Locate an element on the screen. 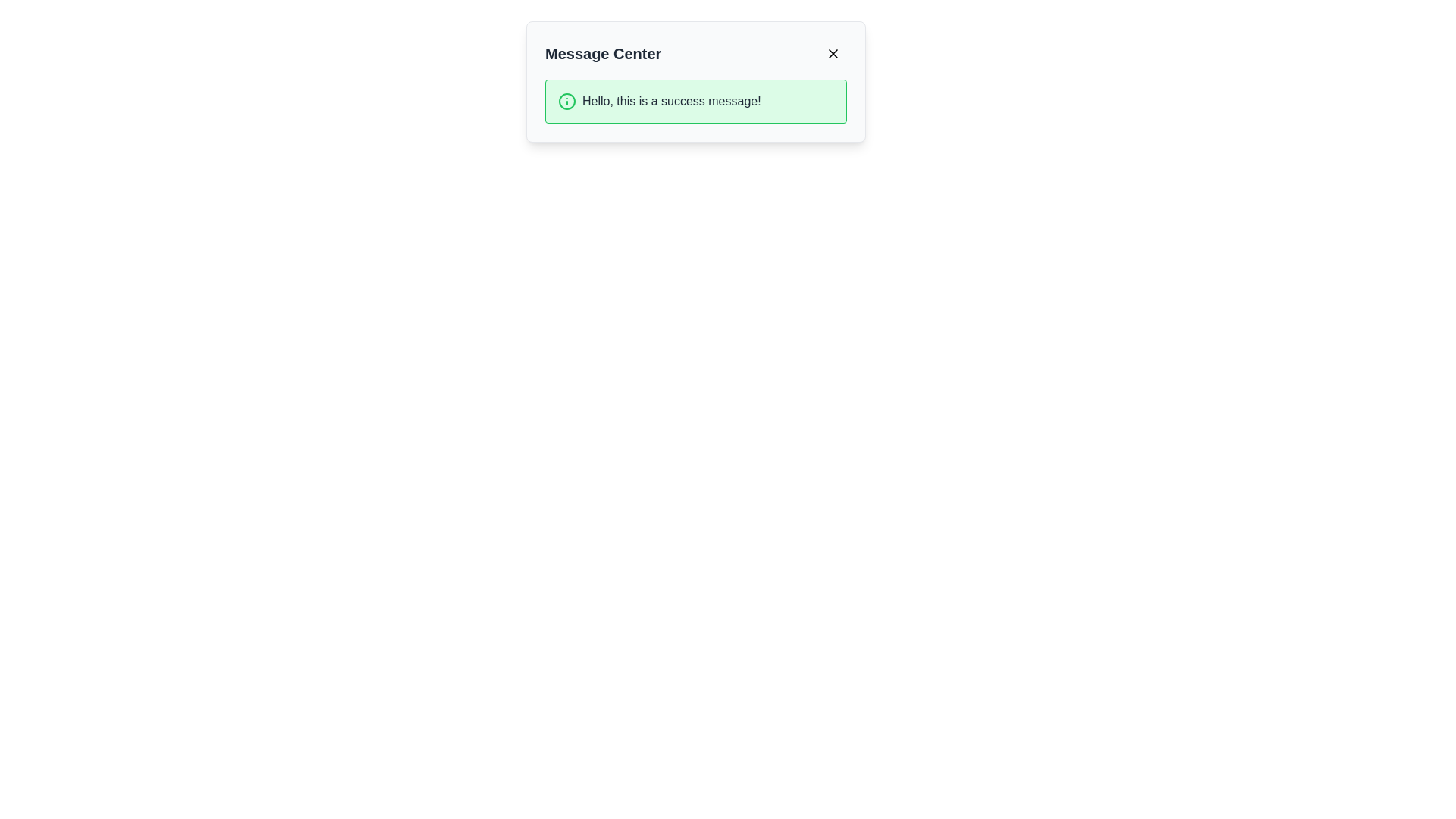 Image resolution: width=1456 pixels, height=819 pixels. the title label of the modal window located at the top-left corner, which is immediately to the left of a circular interactive button is located at coordinates (602, 52).